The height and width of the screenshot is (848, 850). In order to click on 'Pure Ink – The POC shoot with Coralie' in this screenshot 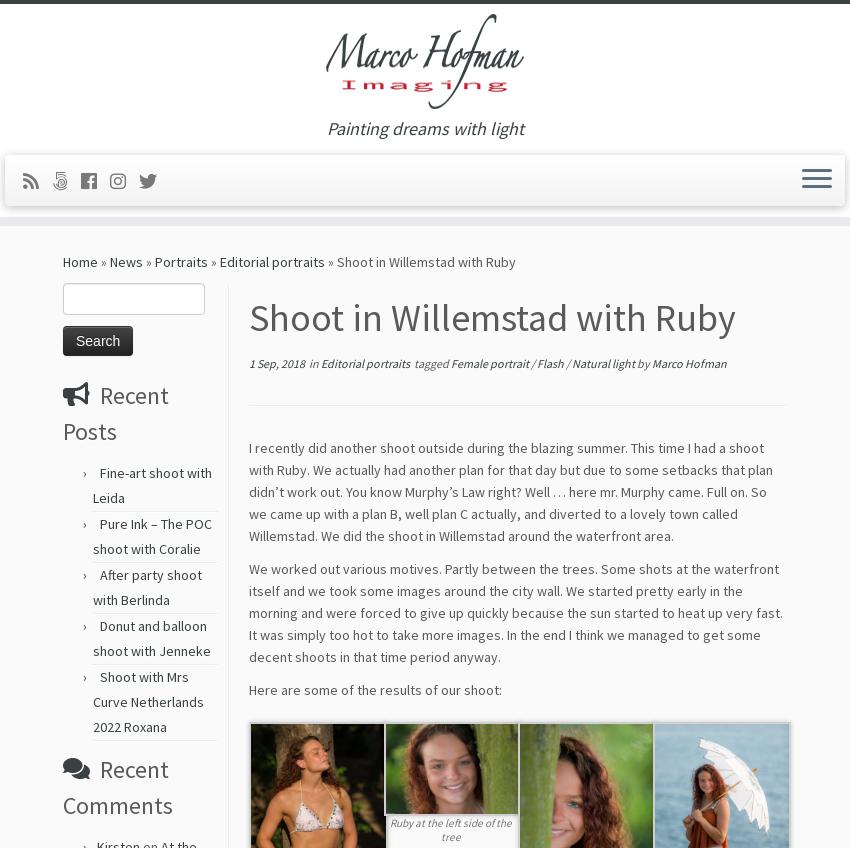, I will do `click(152, 542)`.